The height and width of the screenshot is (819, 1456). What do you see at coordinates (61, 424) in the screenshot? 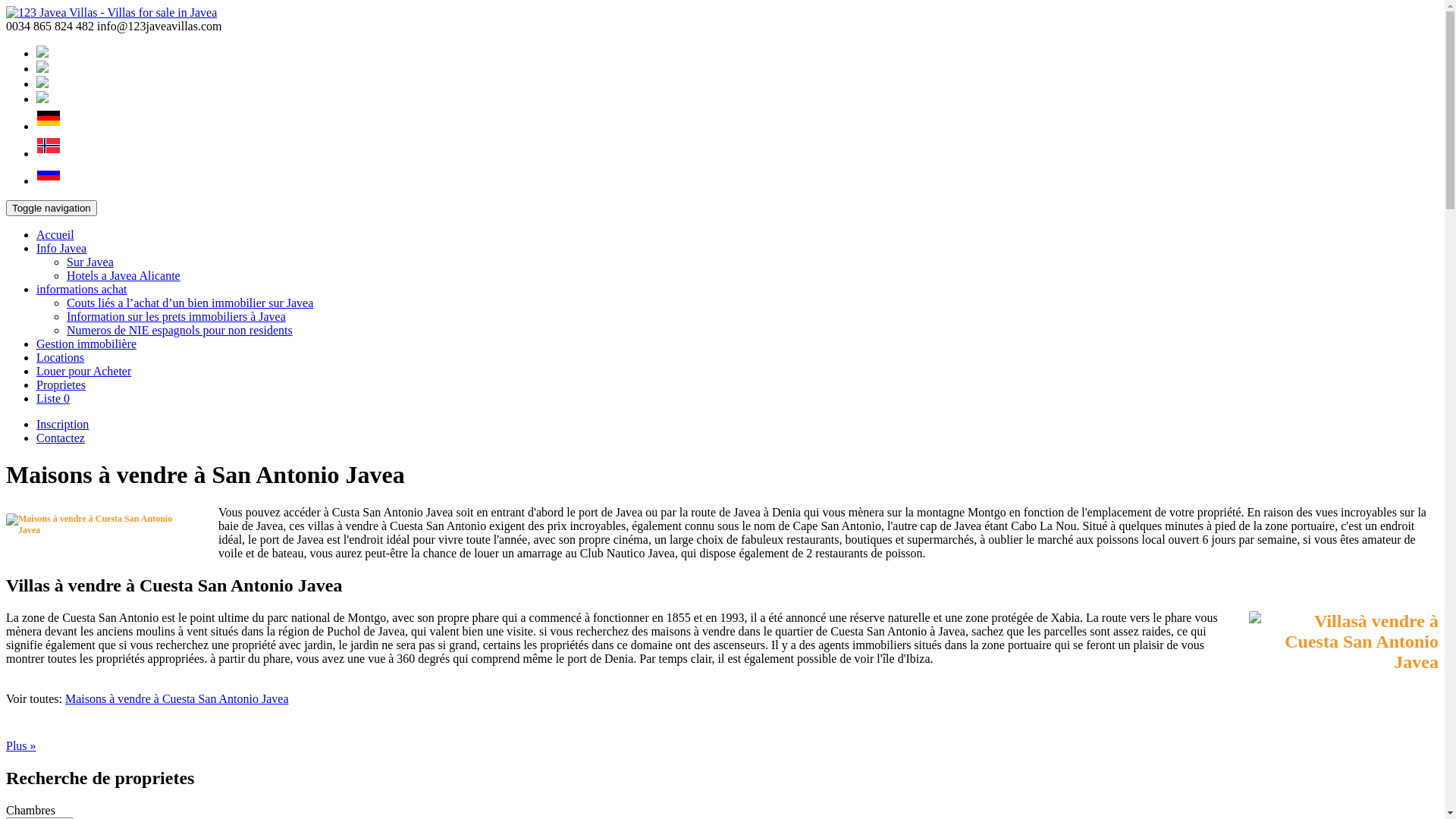
I see `'Inscription'` at bounding box center [61, 424].